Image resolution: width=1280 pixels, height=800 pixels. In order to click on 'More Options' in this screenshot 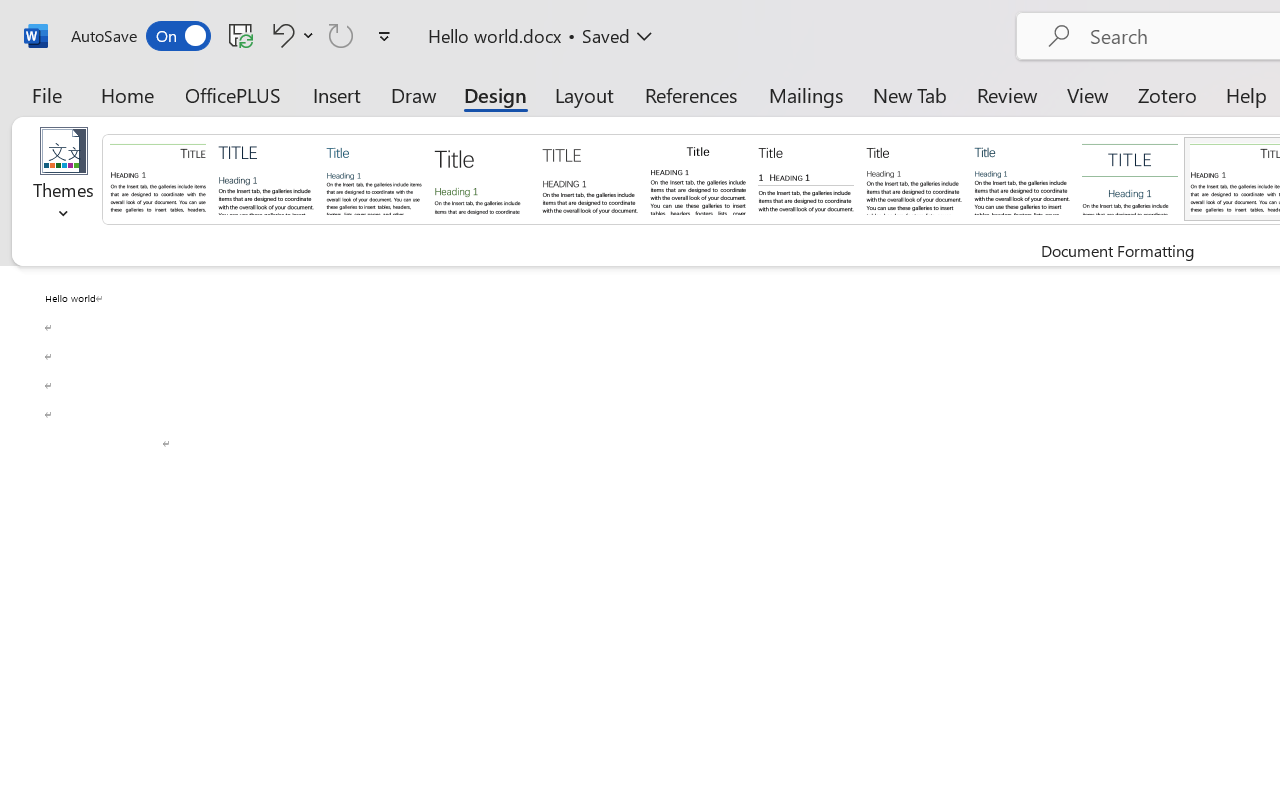, I will do `click(308, 34)`.